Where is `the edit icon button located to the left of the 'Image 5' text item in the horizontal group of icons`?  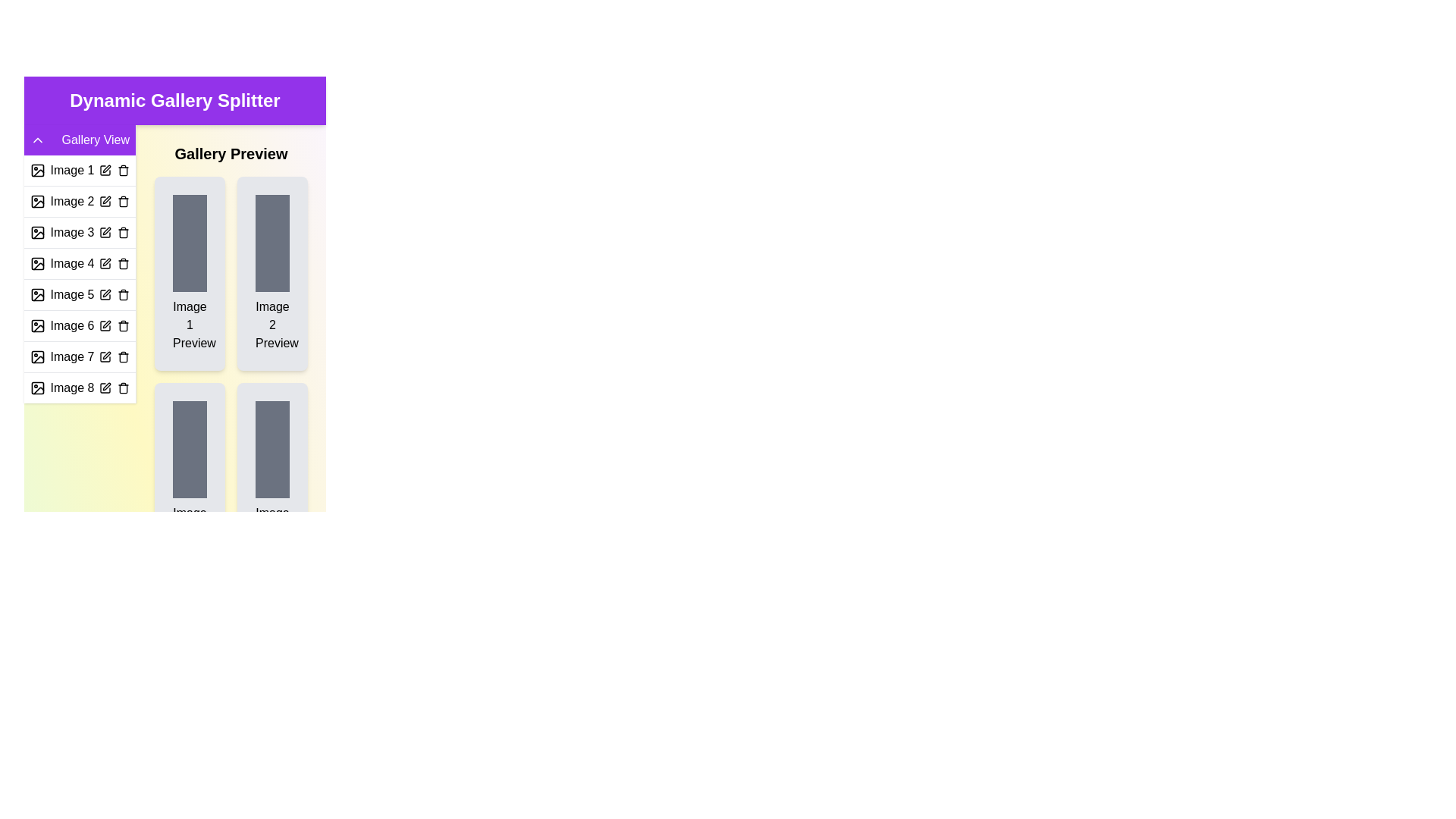
the edit icon button located to the left of the 'Image 5' text item in the horizontal group of icons is located at coordinates (105, 295).